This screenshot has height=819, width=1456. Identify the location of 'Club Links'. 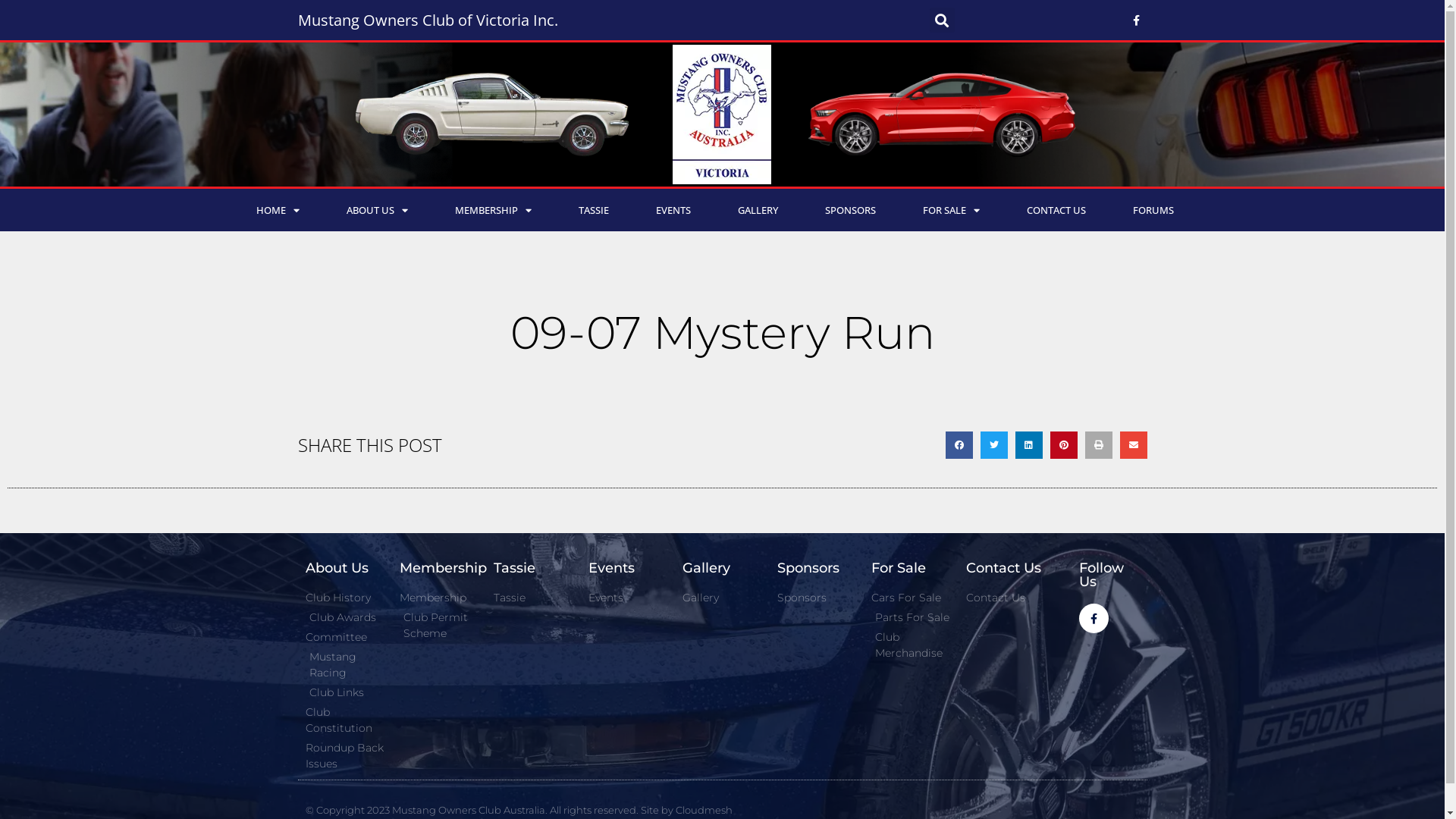
(344, 692).